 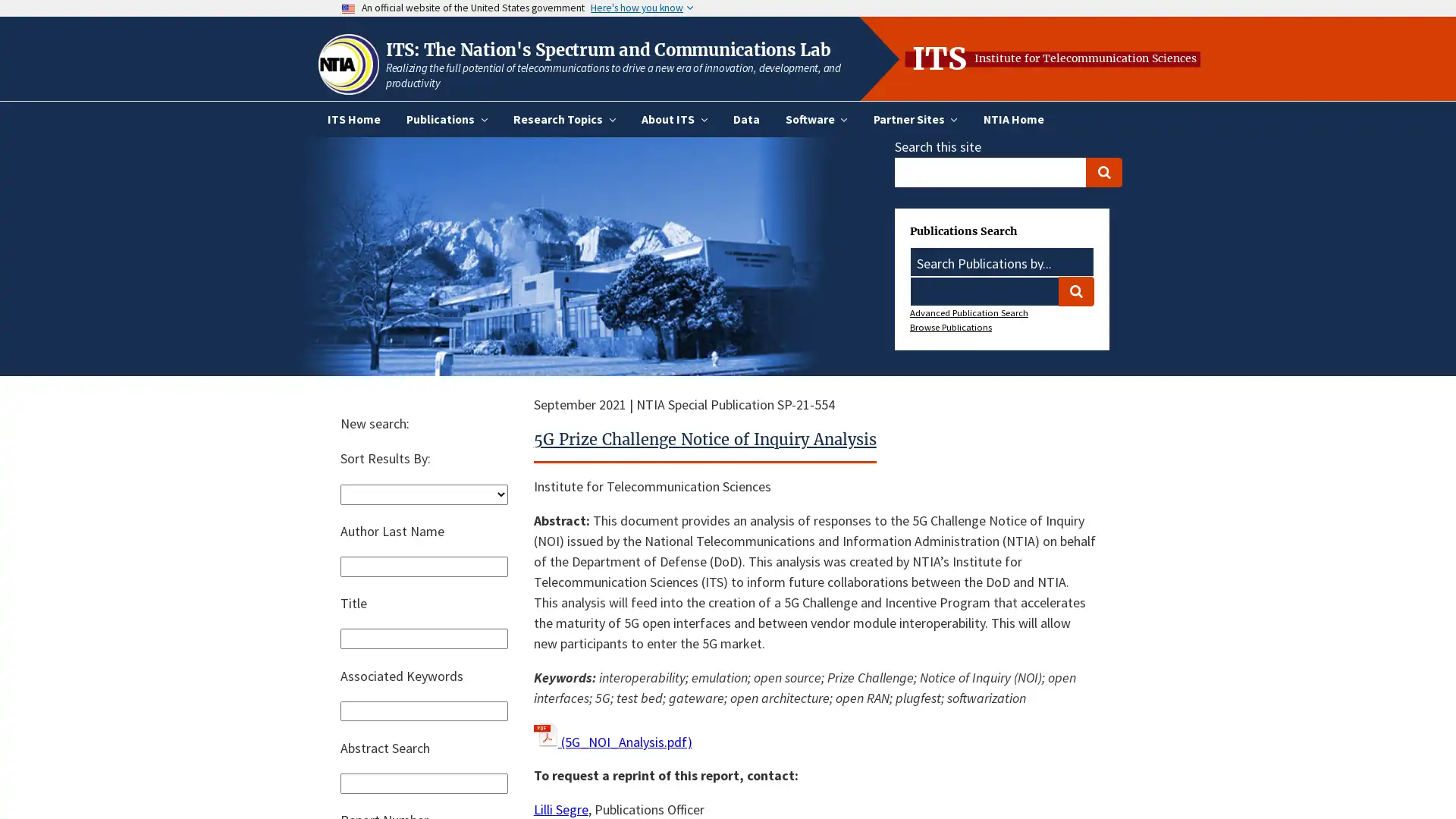 I want to click on Research Topics, so click(x=563, y=118).